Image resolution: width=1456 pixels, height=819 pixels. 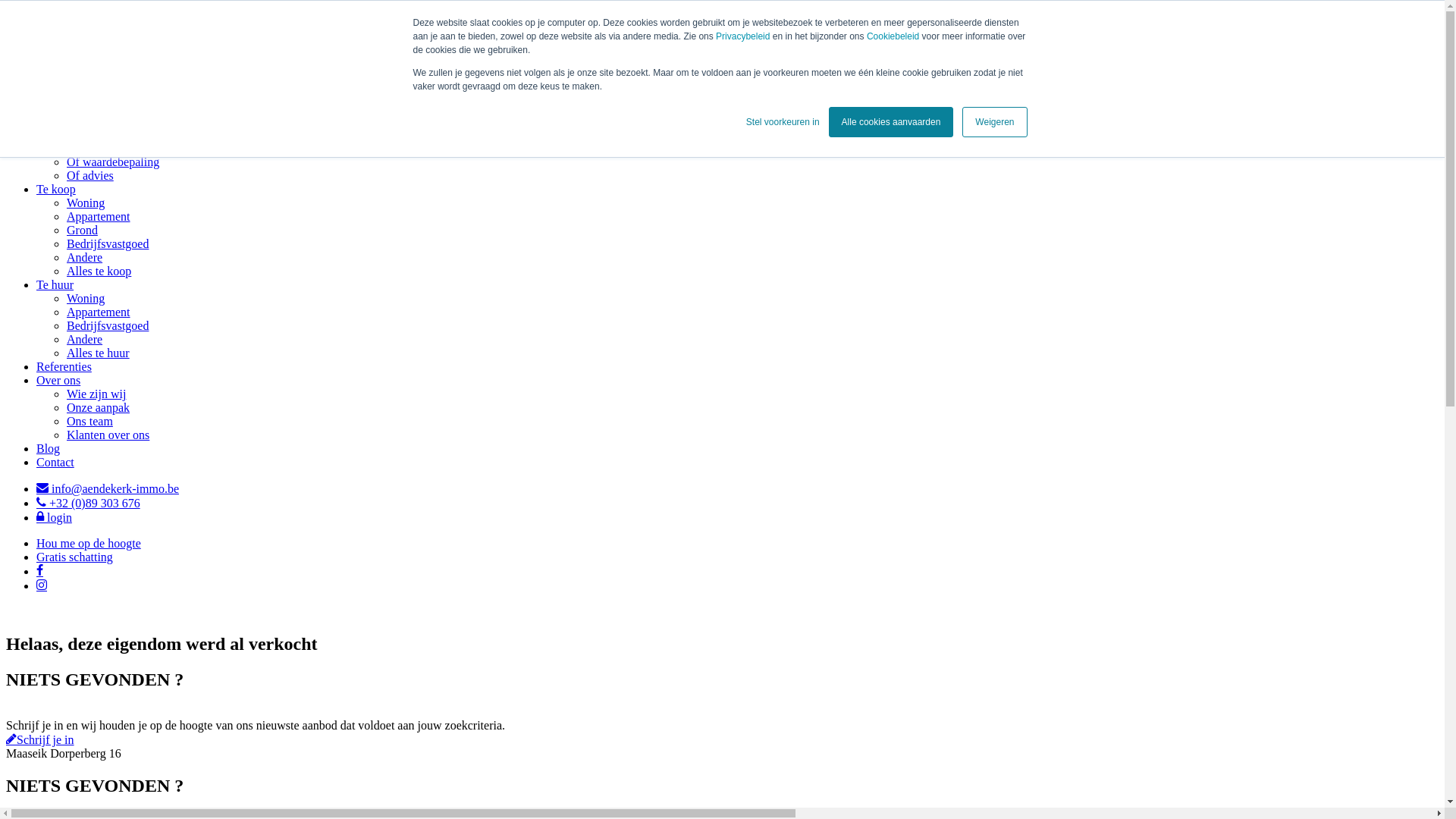 What do you see at coordinates (51, 106) in the screenshot?
I see `'Home'` at bounding box center [51, 106].